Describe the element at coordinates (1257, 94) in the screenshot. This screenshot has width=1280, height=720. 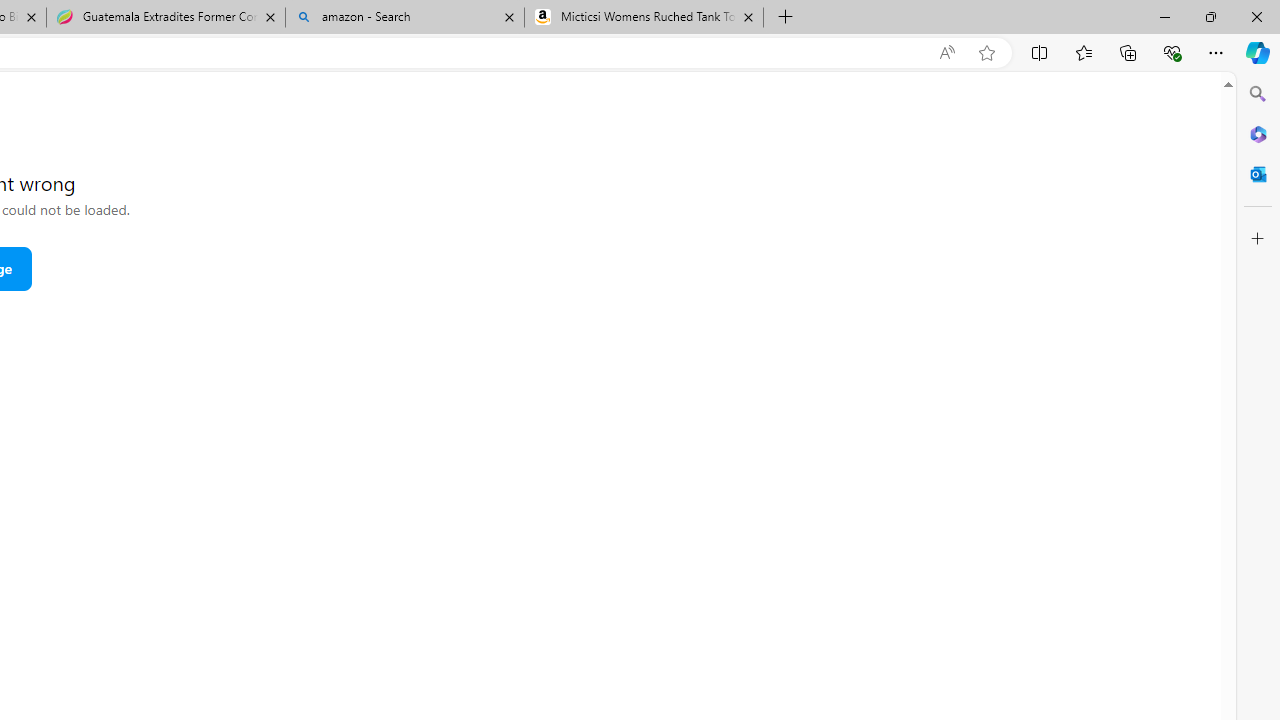
I see `'Search'` at that location.